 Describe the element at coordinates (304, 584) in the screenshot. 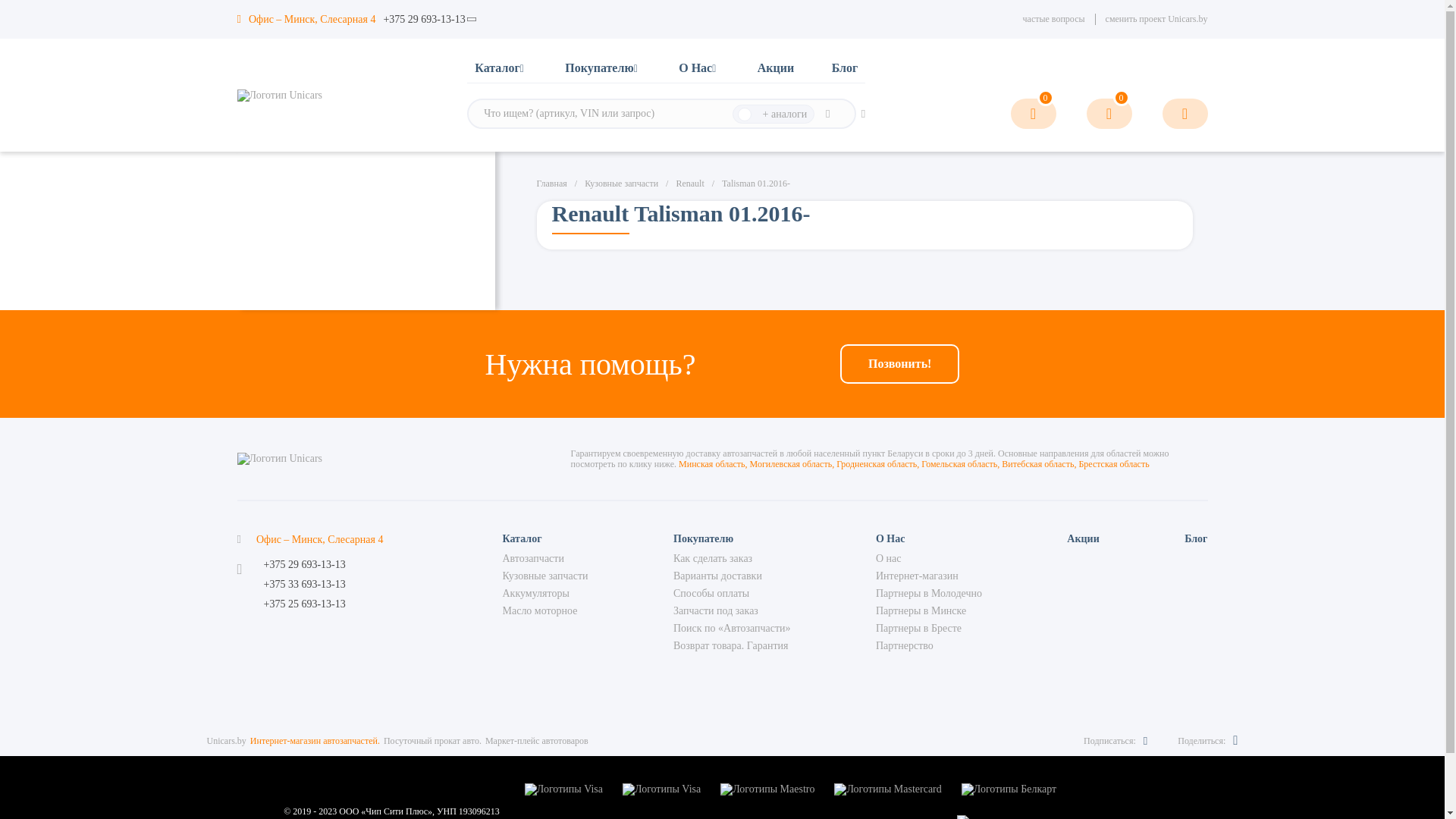

I see `'+375 33 693-13-13'` at that location.